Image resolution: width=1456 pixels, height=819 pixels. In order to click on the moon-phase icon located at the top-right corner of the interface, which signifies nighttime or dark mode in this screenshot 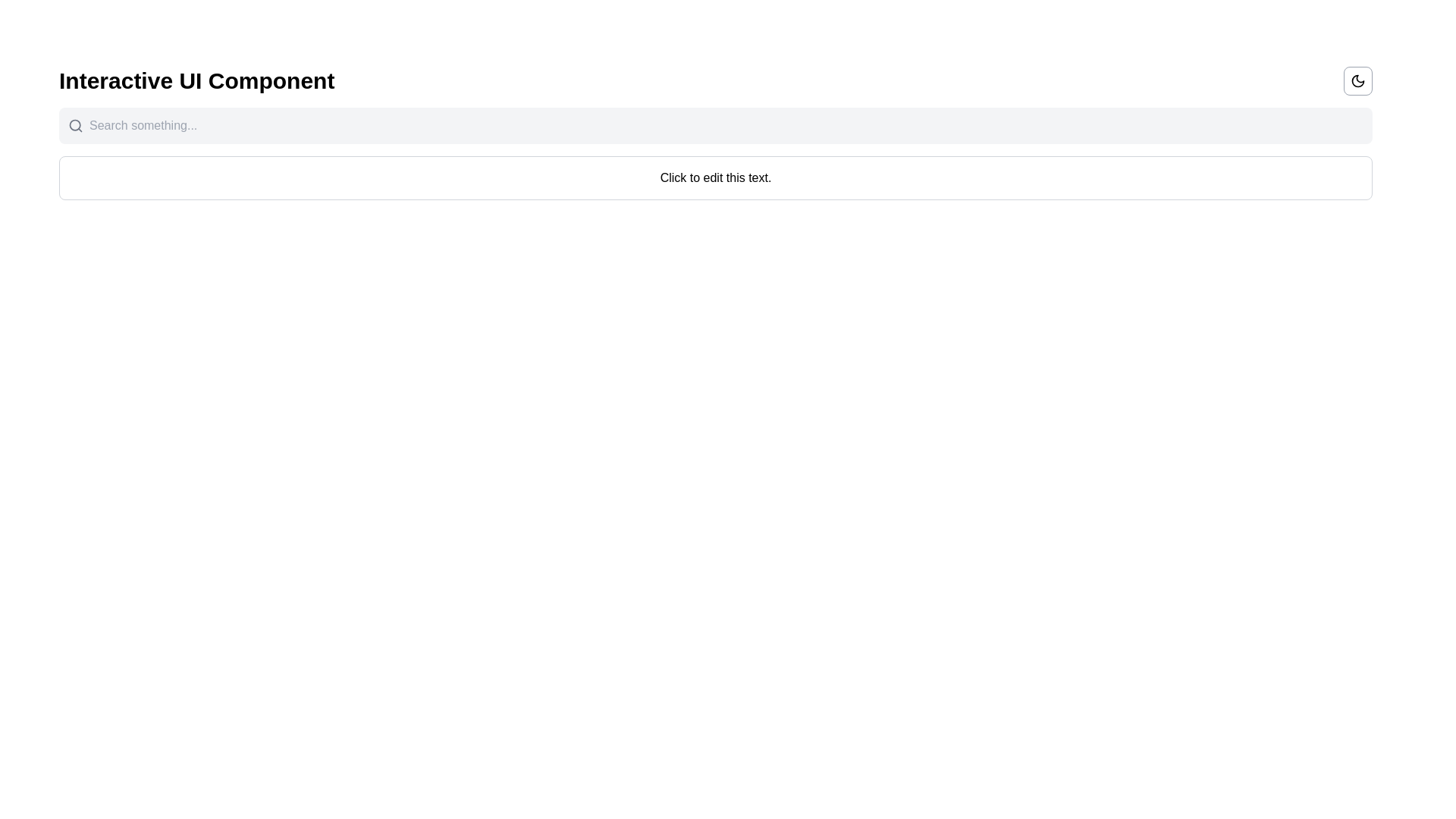, I will do `click(1357, 81)`.